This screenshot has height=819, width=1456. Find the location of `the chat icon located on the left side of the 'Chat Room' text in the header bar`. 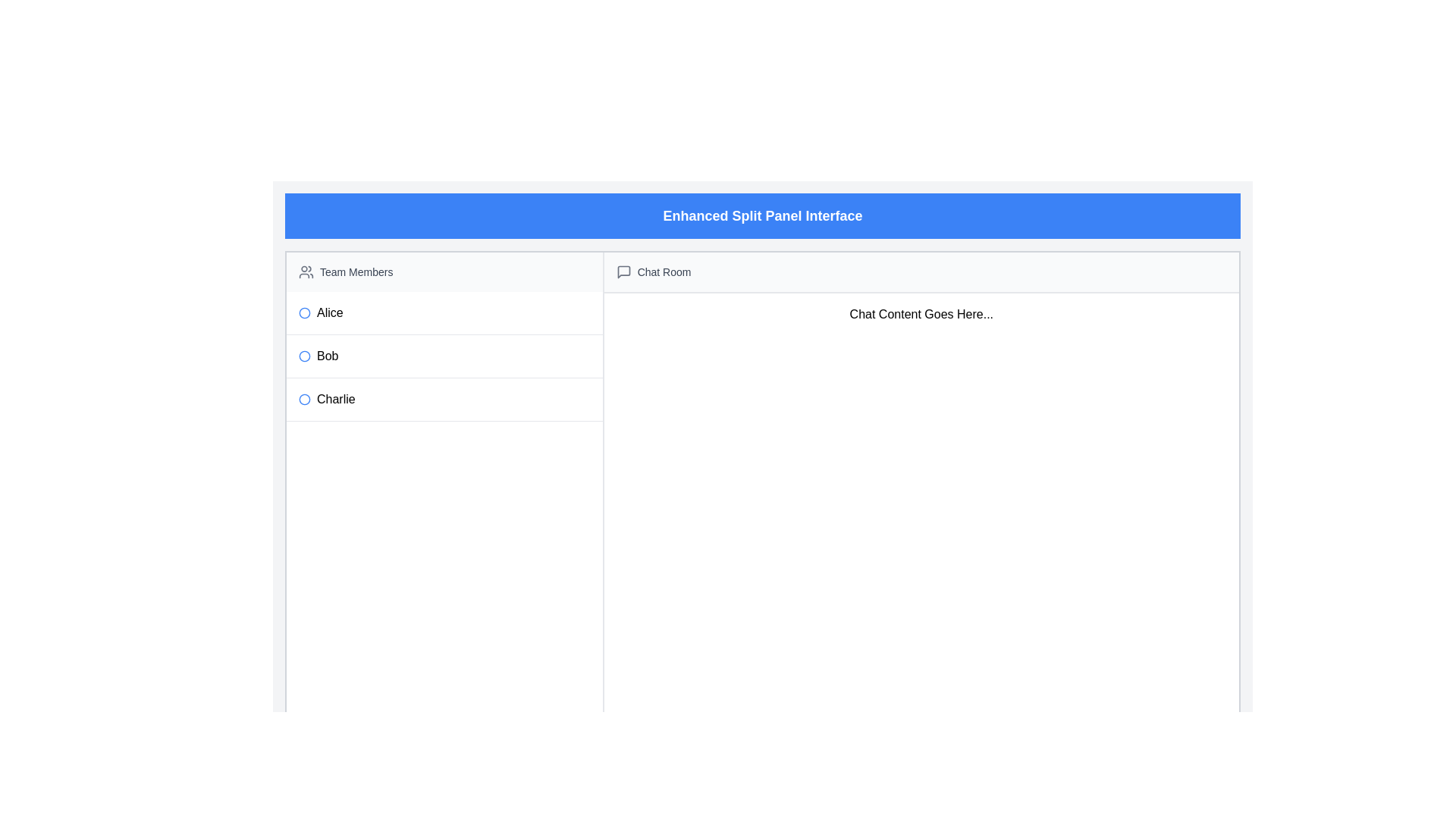

the chat icon located on the left side of the 'Chat Room' text in the header bar is located at coordinates (623, 271).